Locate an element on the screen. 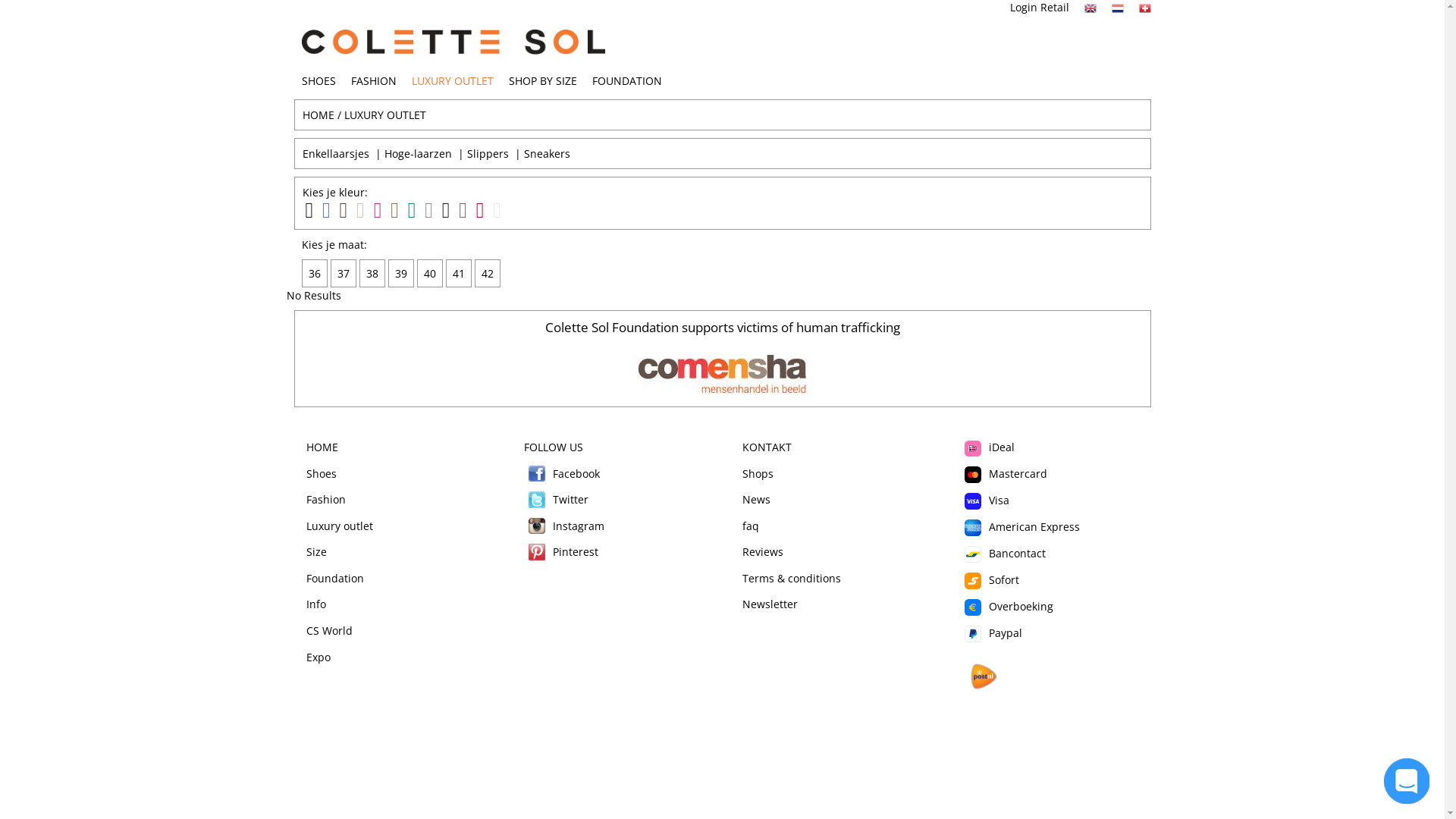 This screenshot has width=1456, height=819. 'LUXURY OUTLET' is located at coordinates (450, 80).